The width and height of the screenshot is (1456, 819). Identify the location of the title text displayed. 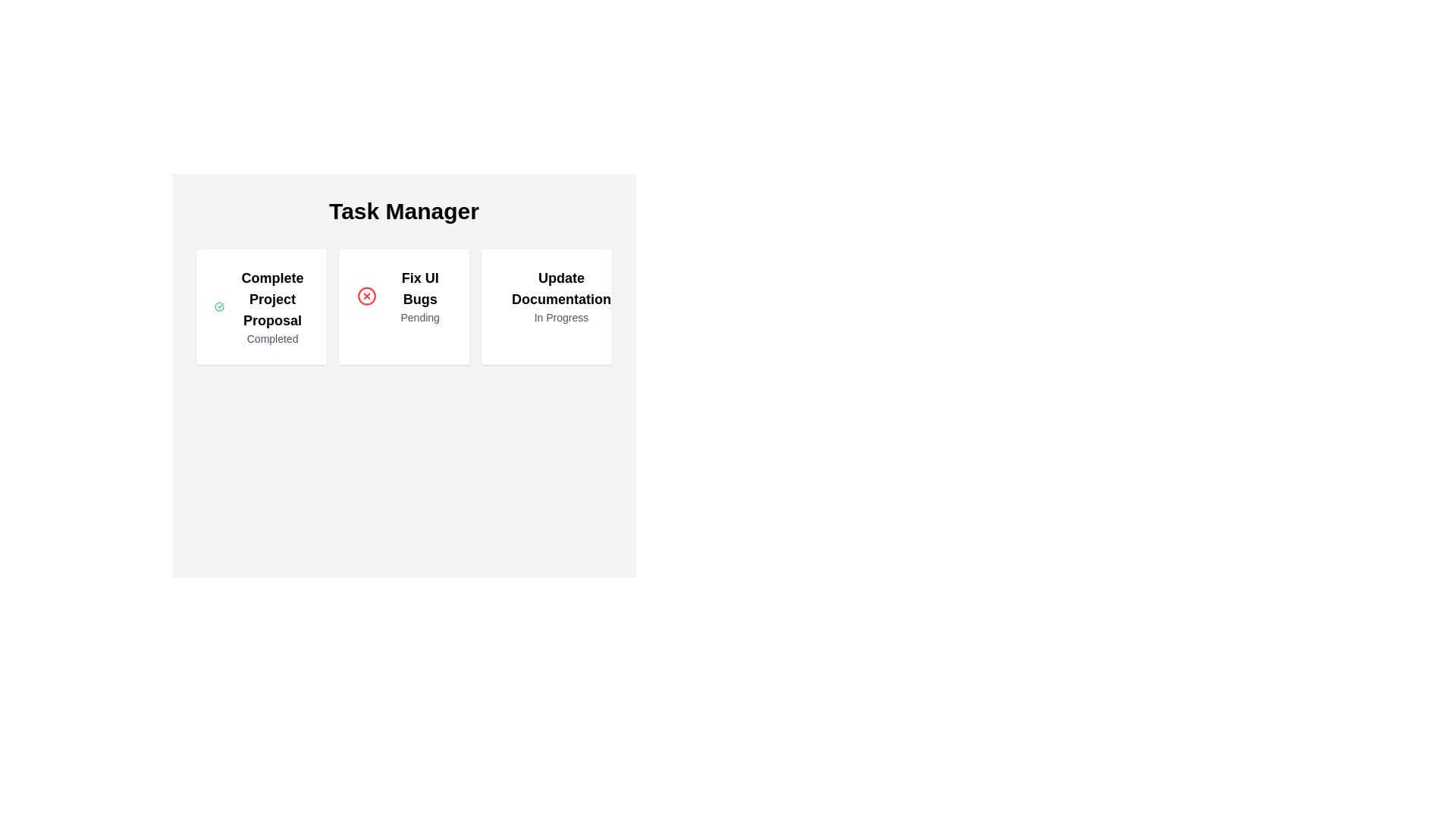
(420, 289).